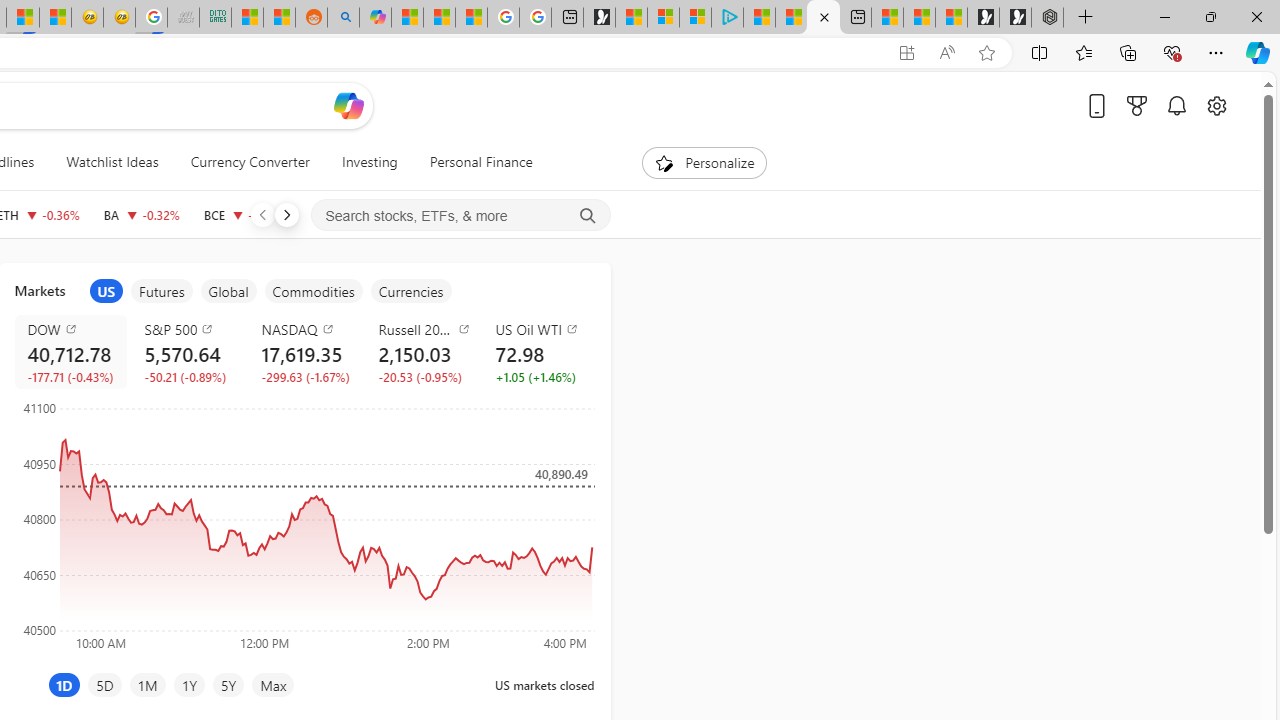 This screenshot has width=1280, height=720. Describe the element at coordinates (1176, 105) in the screenshot. I see `'Notifications'` at that location.